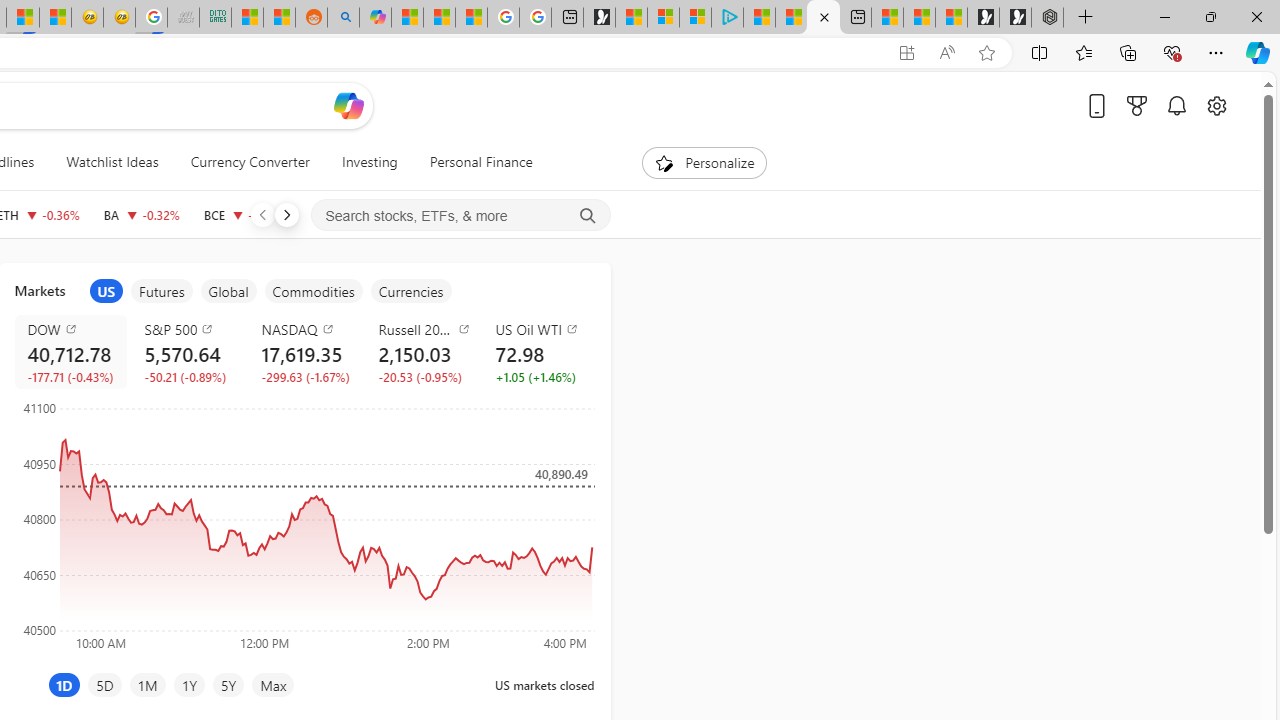 This screenshot has width=1280, height=720. Describe the element at coordinates (1176, 105) in the screenshot. I see `'Notifications'` at that location.